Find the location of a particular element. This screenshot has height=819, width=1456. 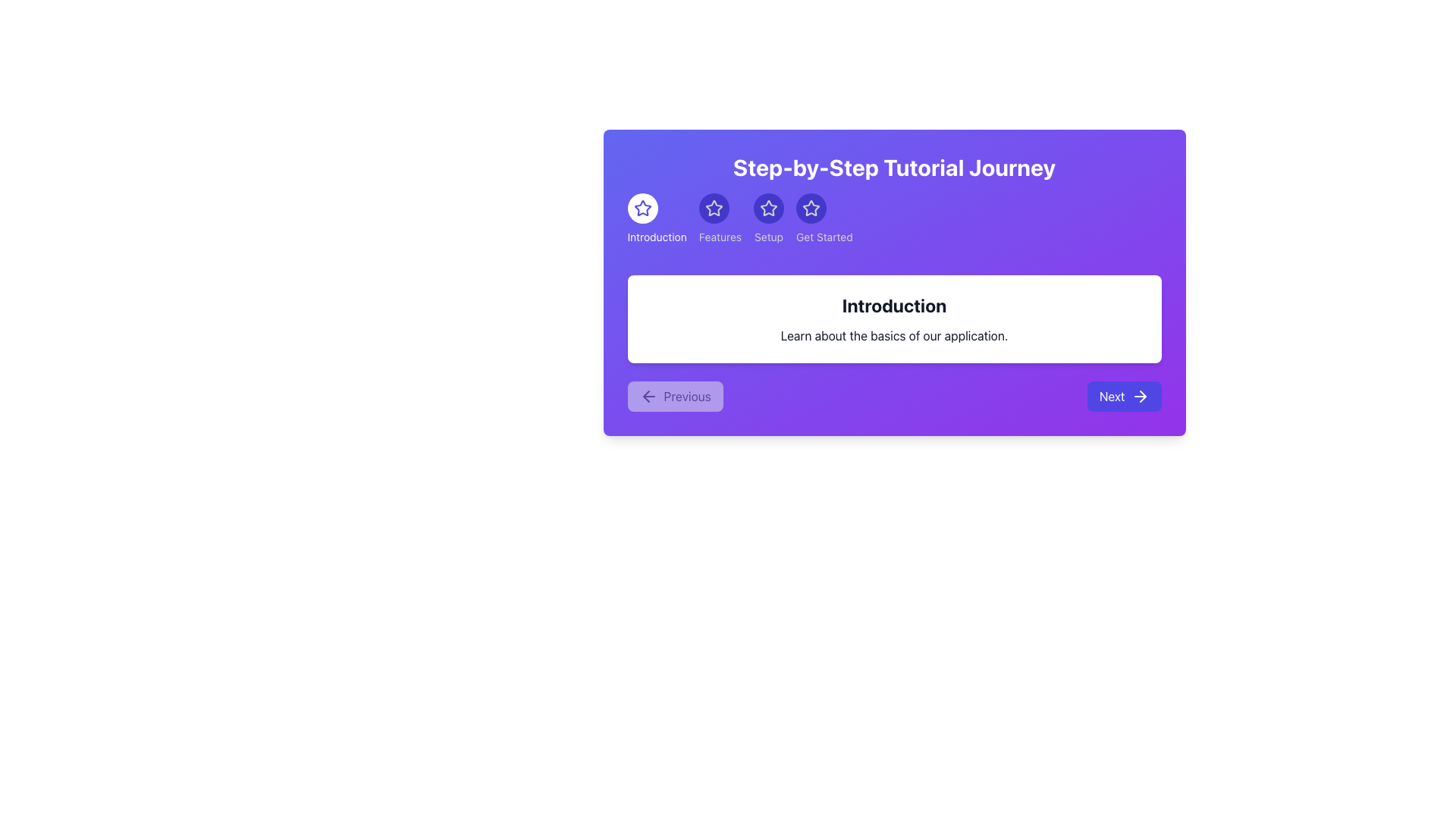

the textual label positioned below the star icon in the top left of the interface's main content panel is located at coordinates (657, 237).